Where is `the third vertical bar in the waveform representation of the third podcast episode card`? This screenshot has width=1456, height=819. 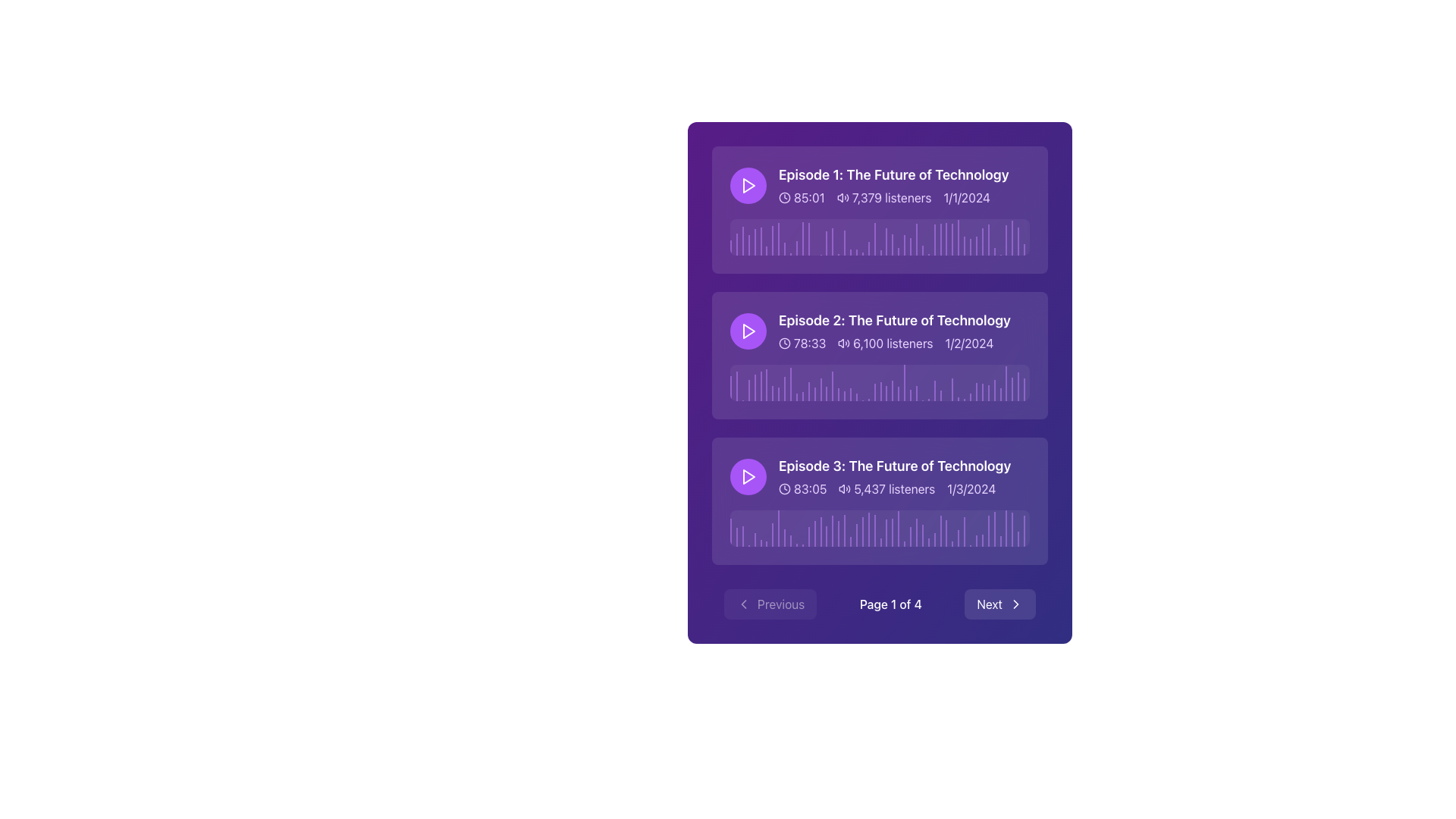
the third vertical bar in the waveform representation of the third podcast episode card is located at coordinates (742, 535).